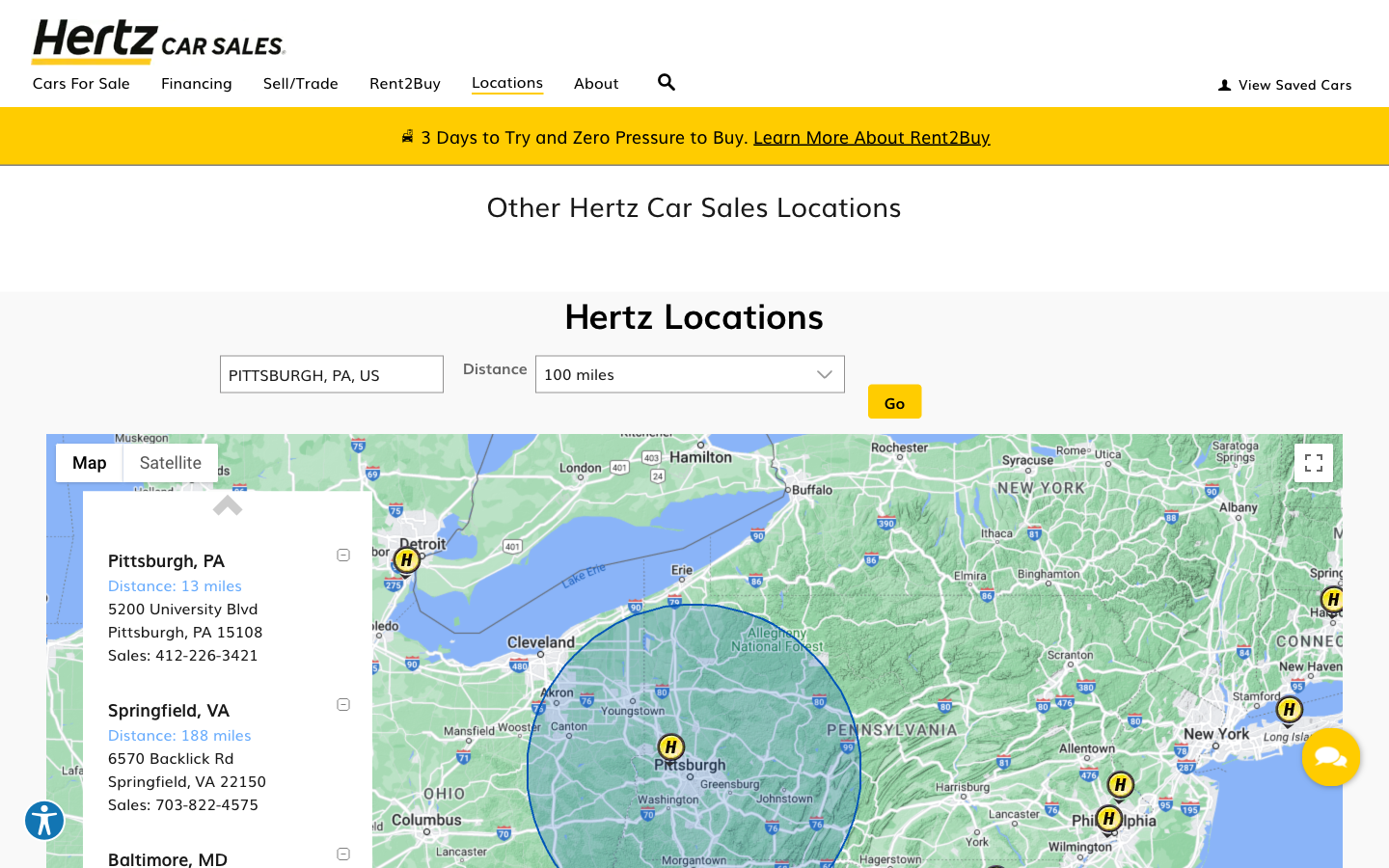 This screenshot has width=1389, height=868. What do you see at coordinates (872, 136) in the screenshot?
I see `Redirect to learn more about rent2buy` at bounding box center [872, 136].